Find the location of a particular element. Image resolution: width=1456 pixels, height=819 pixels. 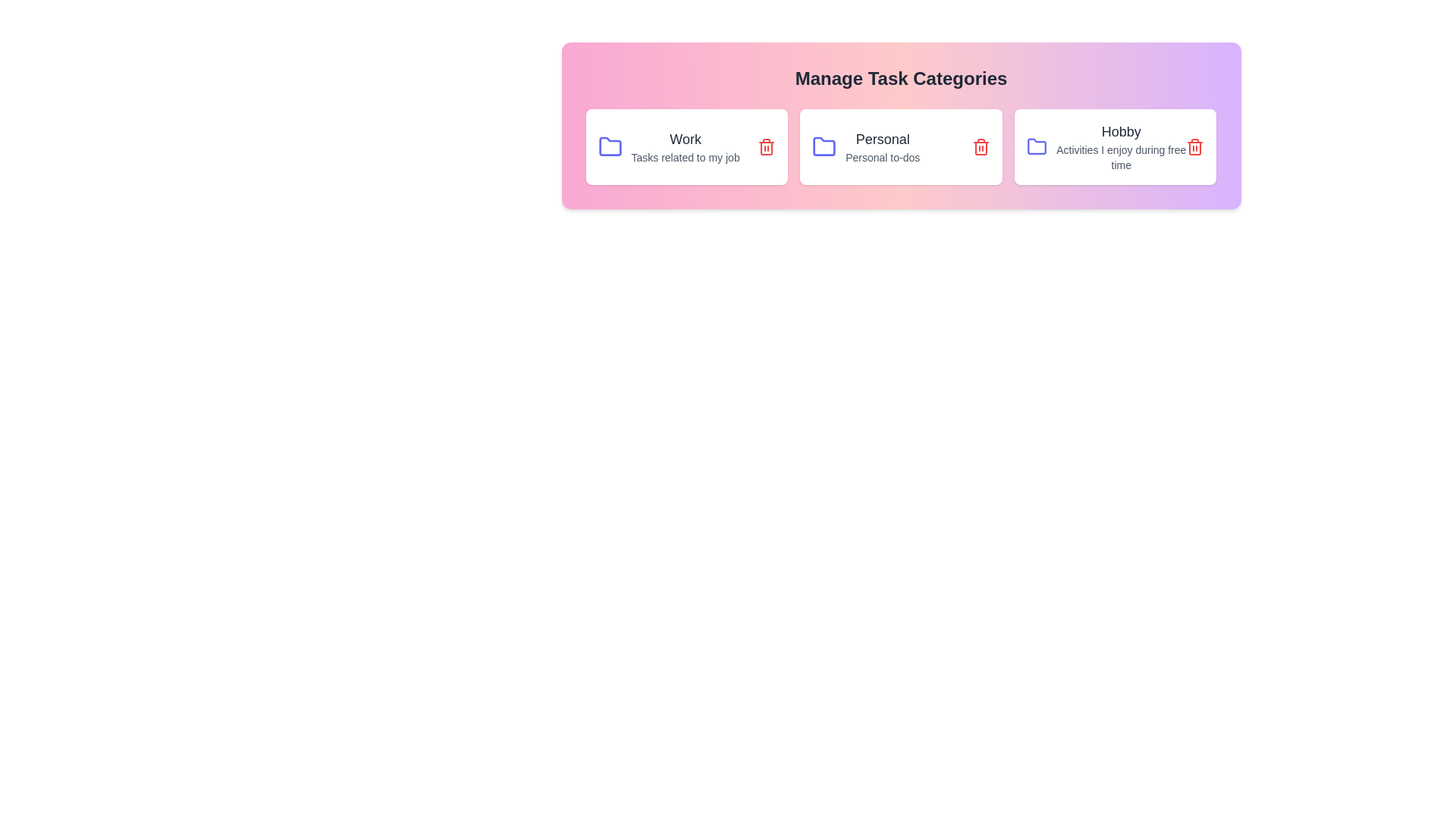

the folder icon associated with the category Hobby is located at coordinates (1036, 146).